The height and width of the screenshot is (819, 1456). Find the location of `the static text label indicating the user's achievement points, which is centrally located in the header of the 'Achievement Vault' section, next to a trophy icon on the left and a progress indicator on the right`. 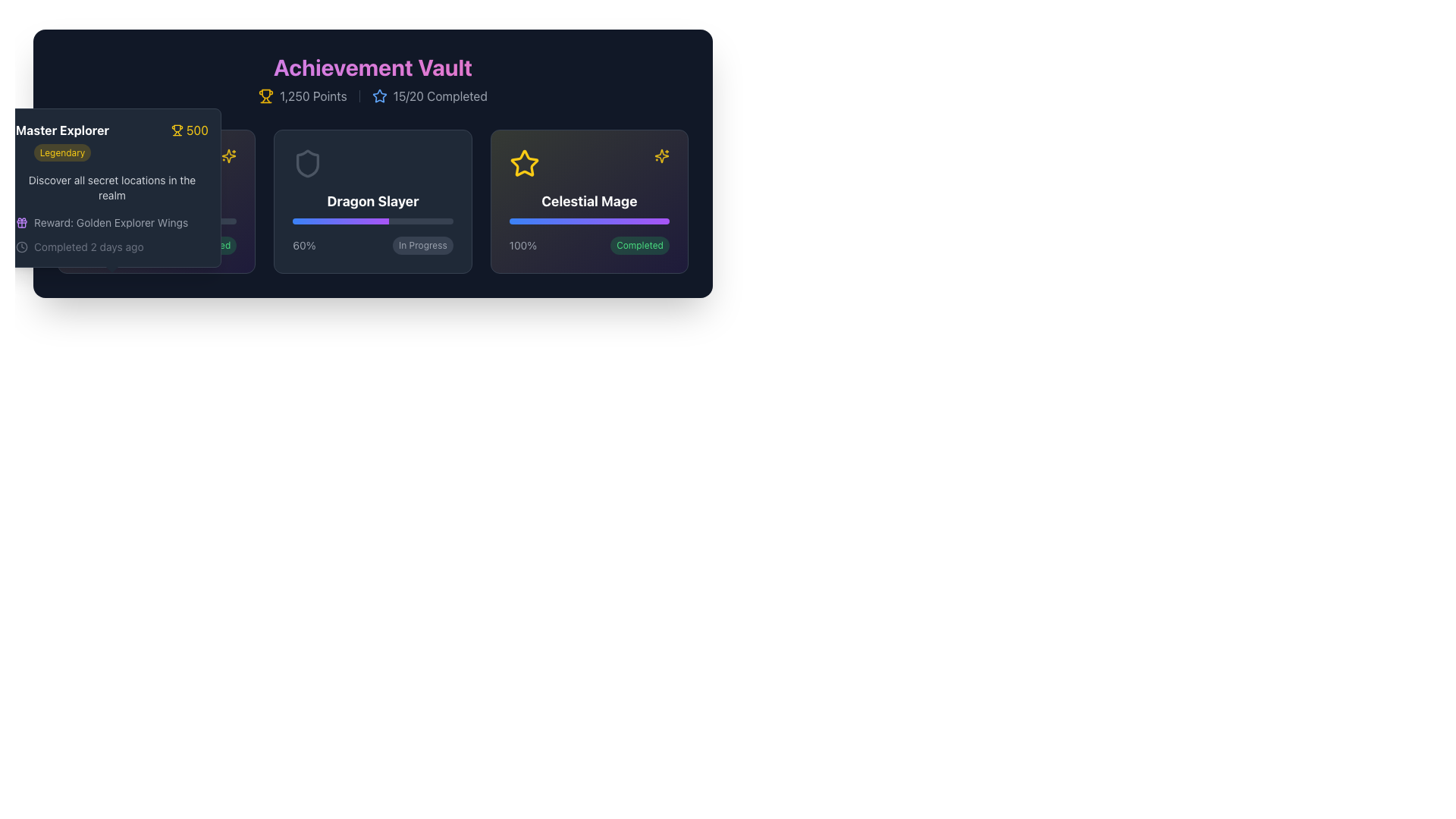

the static text label indicating the user's achievement points, which is centrally located in the header of the 'Achievement Vault' section, next to a trophy icon on the left and a progress indicator on the right is located at coordinates (312, 96).